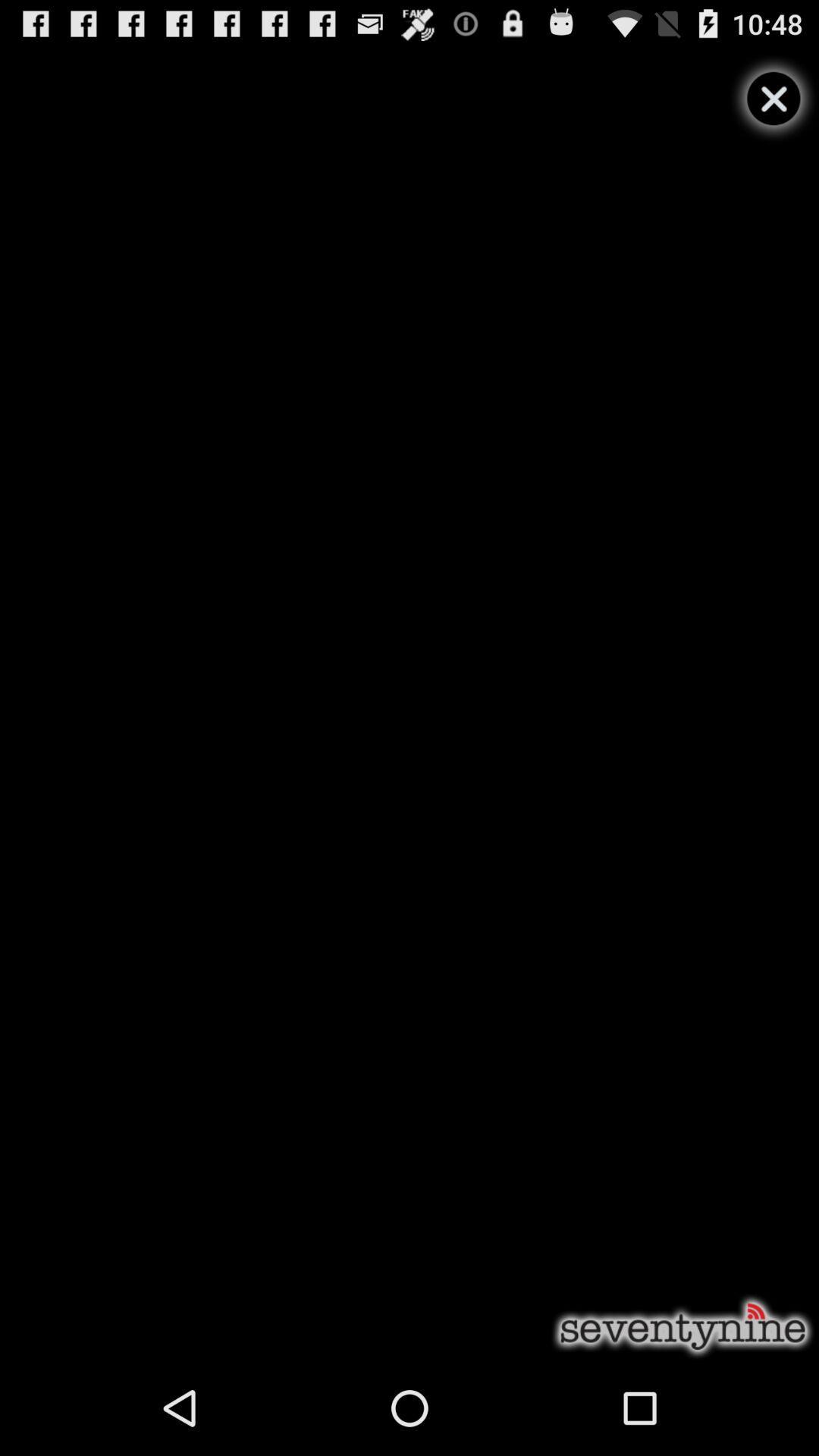 This screenshot has height=1456, width=819. Describe the element at coordinates (773, 105) in the screenshot. I see `the close icon` at that location.